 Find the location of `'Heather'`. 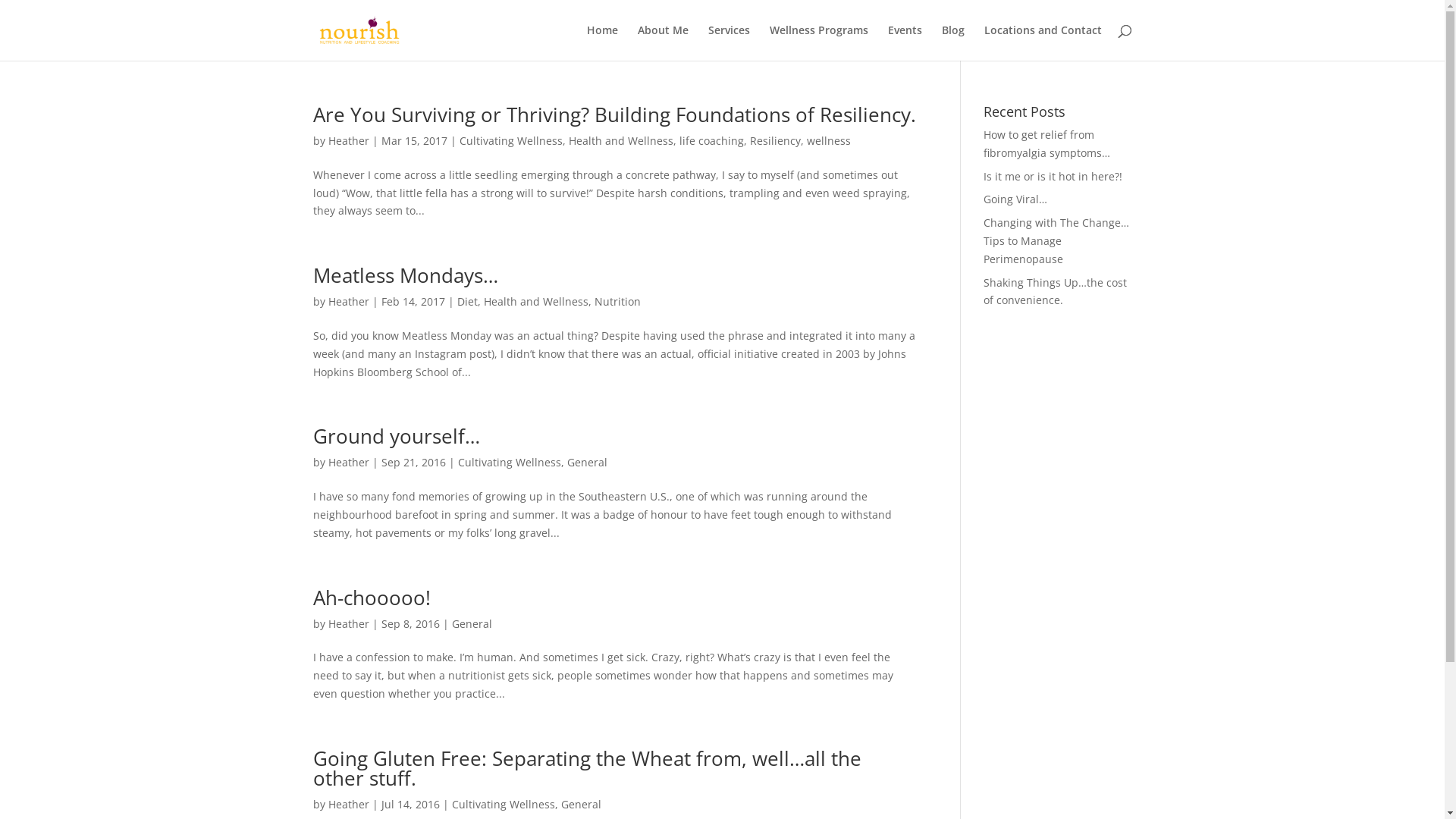

'Heather' is located at coordinates (347, 140).